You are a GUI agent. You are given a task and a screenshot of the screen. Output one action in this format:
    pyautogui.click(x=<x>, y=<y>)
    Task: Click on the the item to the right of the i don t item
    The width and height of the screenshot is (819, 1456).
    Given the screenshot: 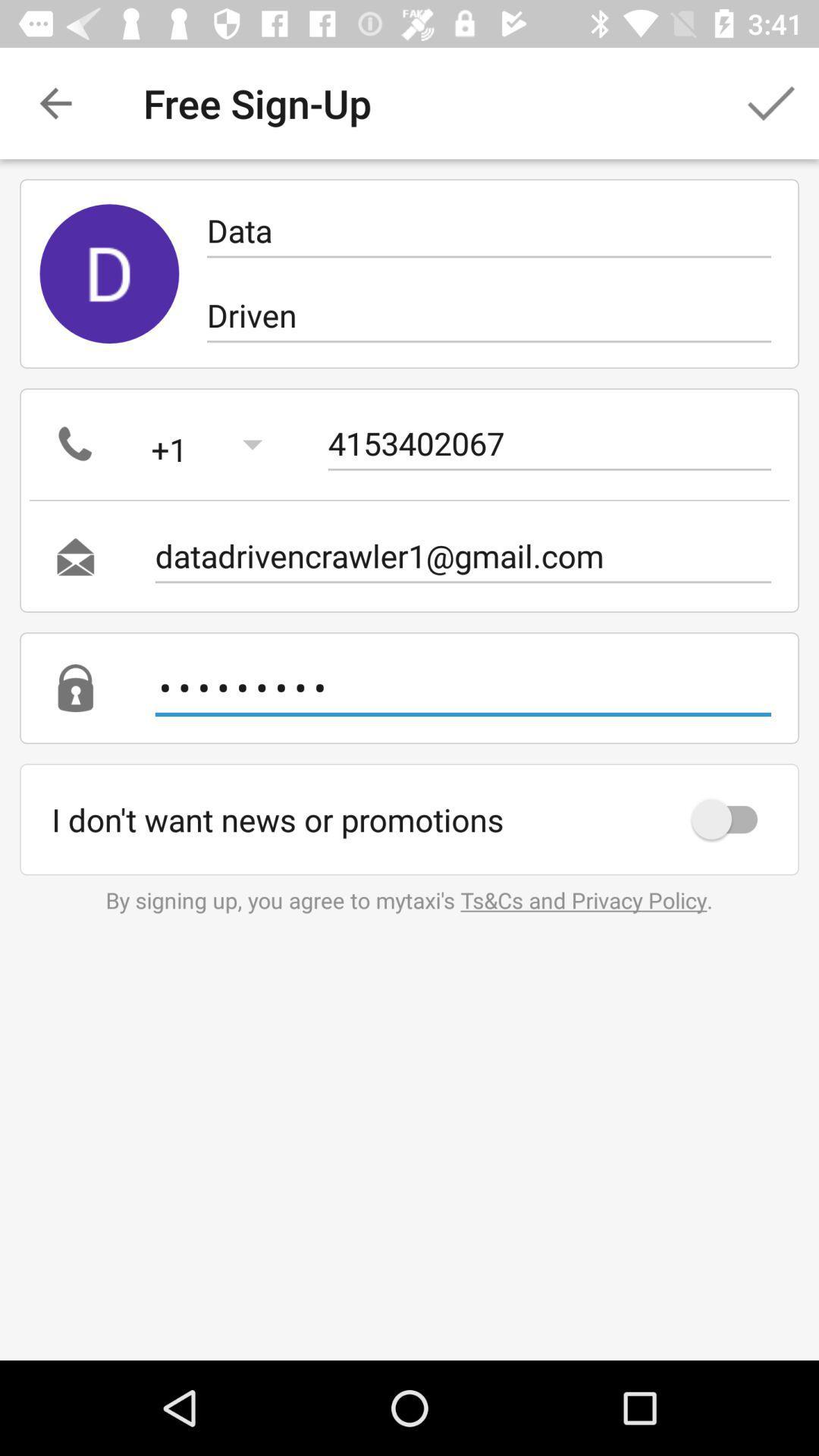 What is the action you would take?
    pyautogui.click(x=731, y=818)
    